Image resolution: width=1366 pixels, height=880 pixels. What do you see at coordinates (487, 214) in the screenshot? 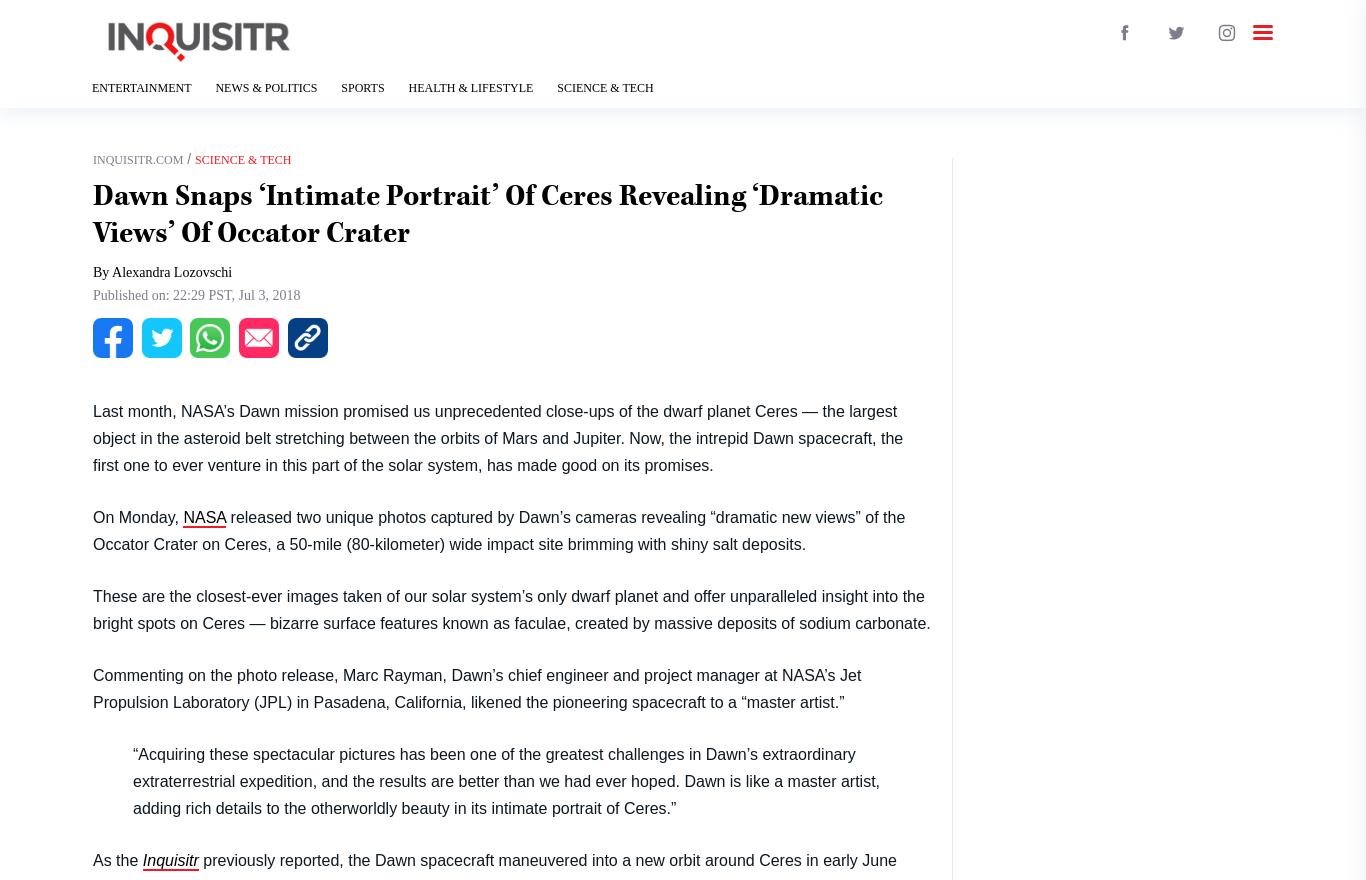
I see `'Dawn Snaps ‘Intimate Portrait’ Of Ceres Revealing ‘Dramatic Views’ Of Occator Crater'` at bounding box center [487, 214].